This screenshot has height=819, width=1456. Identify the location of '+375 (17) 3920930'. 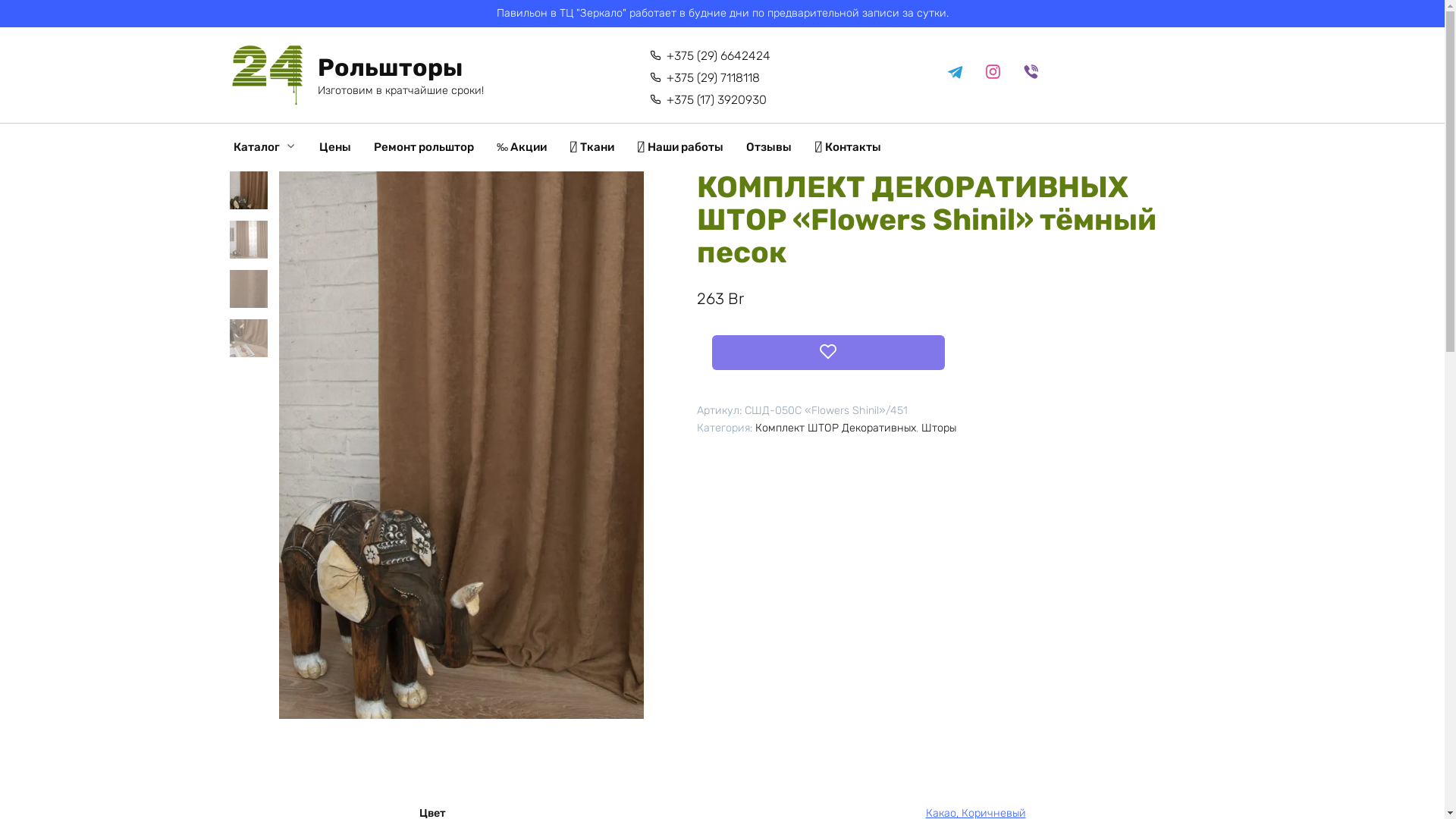
(650, 100).